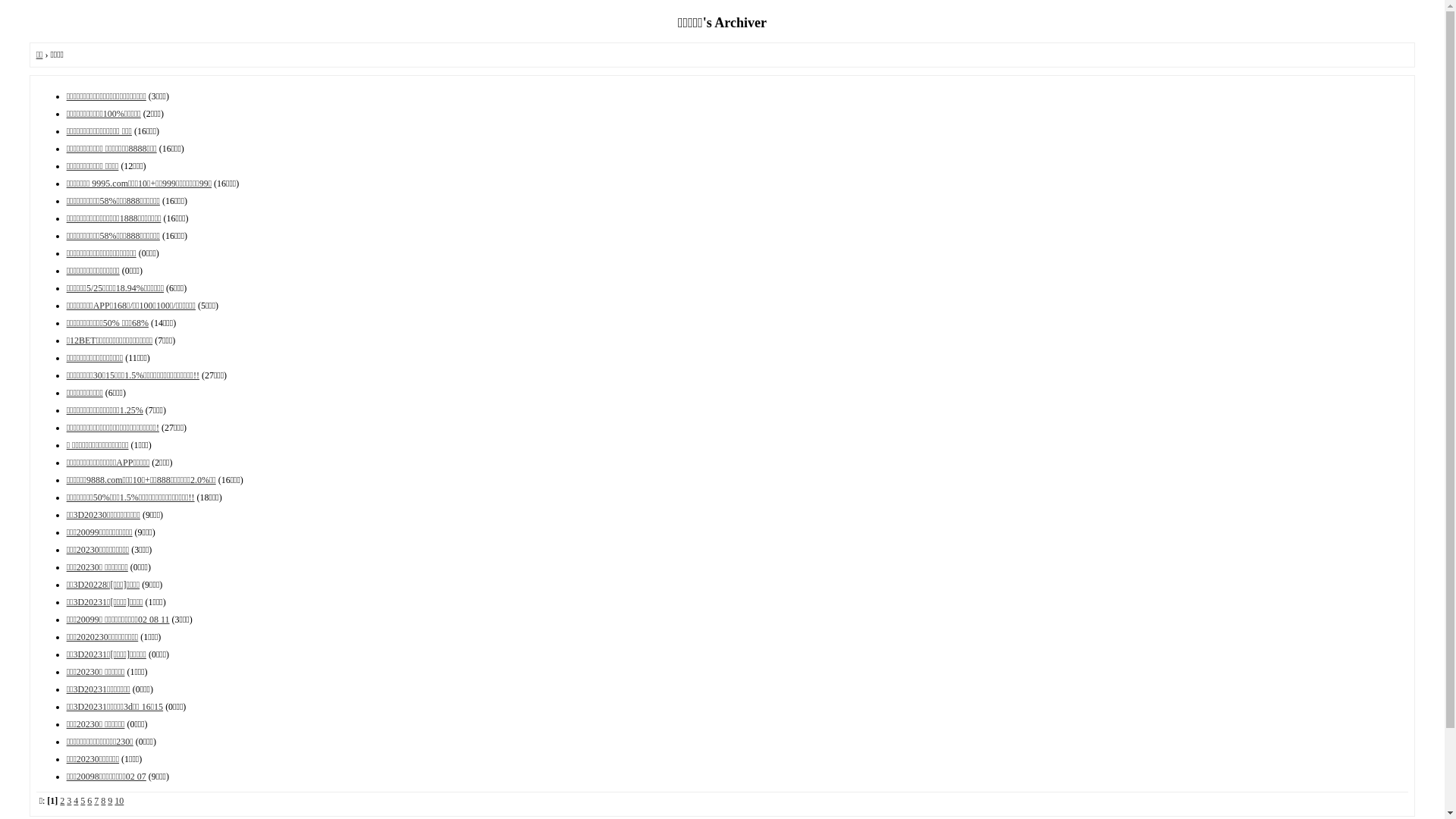  I want to click on '10', so click(118, 800).